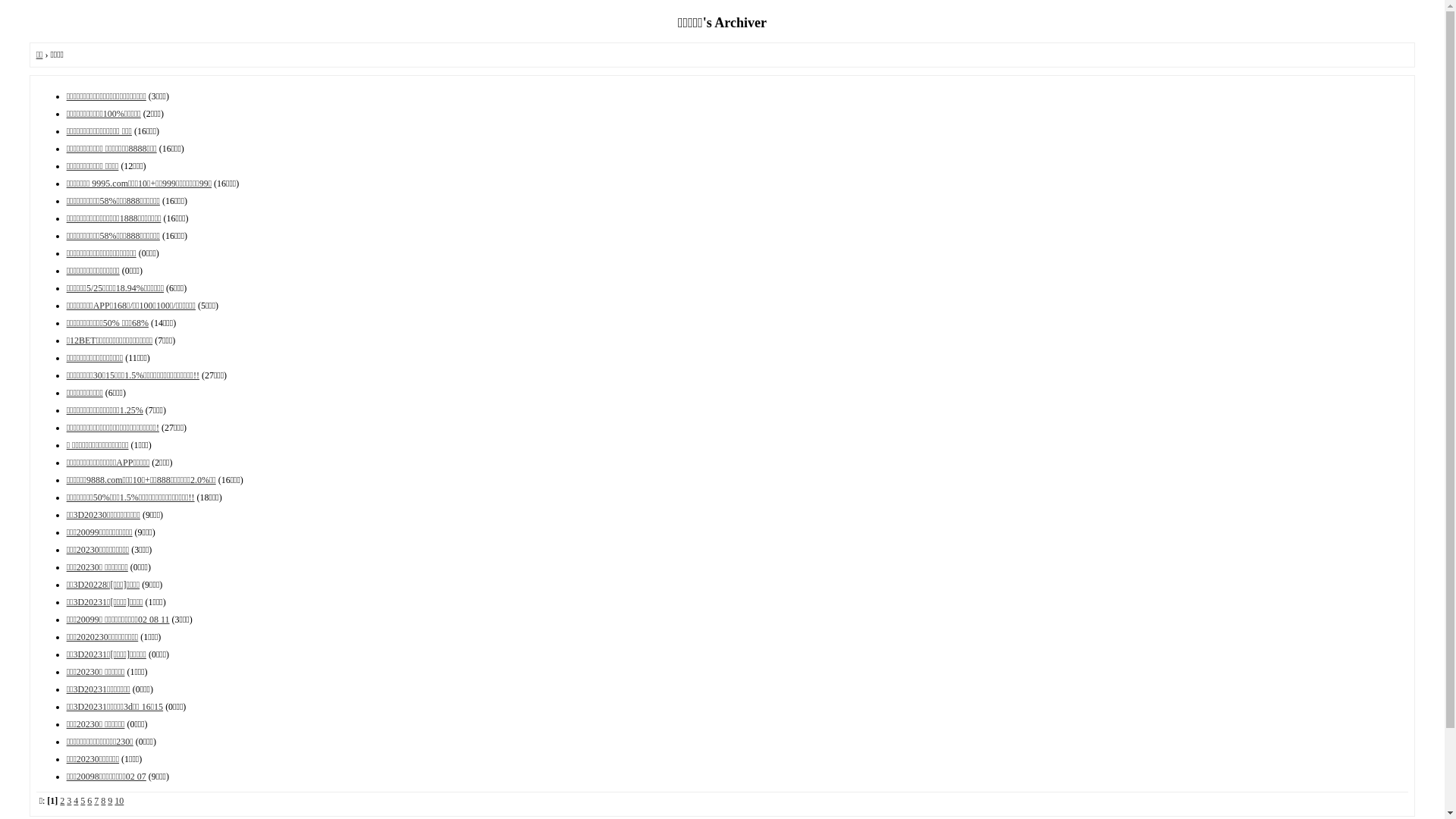  I want to click on '10', so click(118, 800).